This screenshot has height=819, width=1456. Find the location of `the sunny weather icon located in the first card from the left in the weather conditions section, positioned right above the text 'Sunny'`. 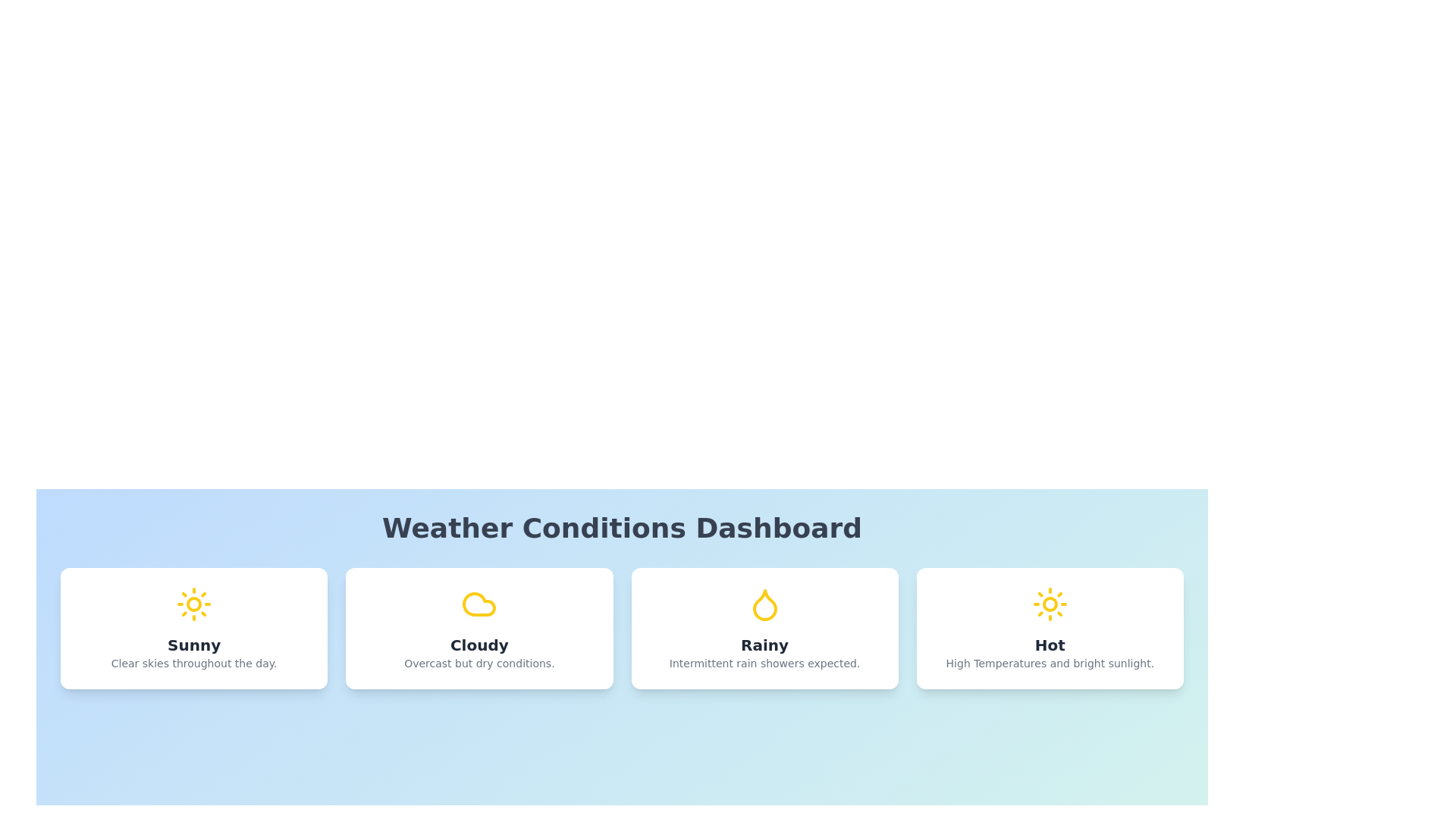

the sunny weather icon located in the first card from the left in the weather conditions section, positioned right above the text 'Sunny' is located at coordinates (193, 604).